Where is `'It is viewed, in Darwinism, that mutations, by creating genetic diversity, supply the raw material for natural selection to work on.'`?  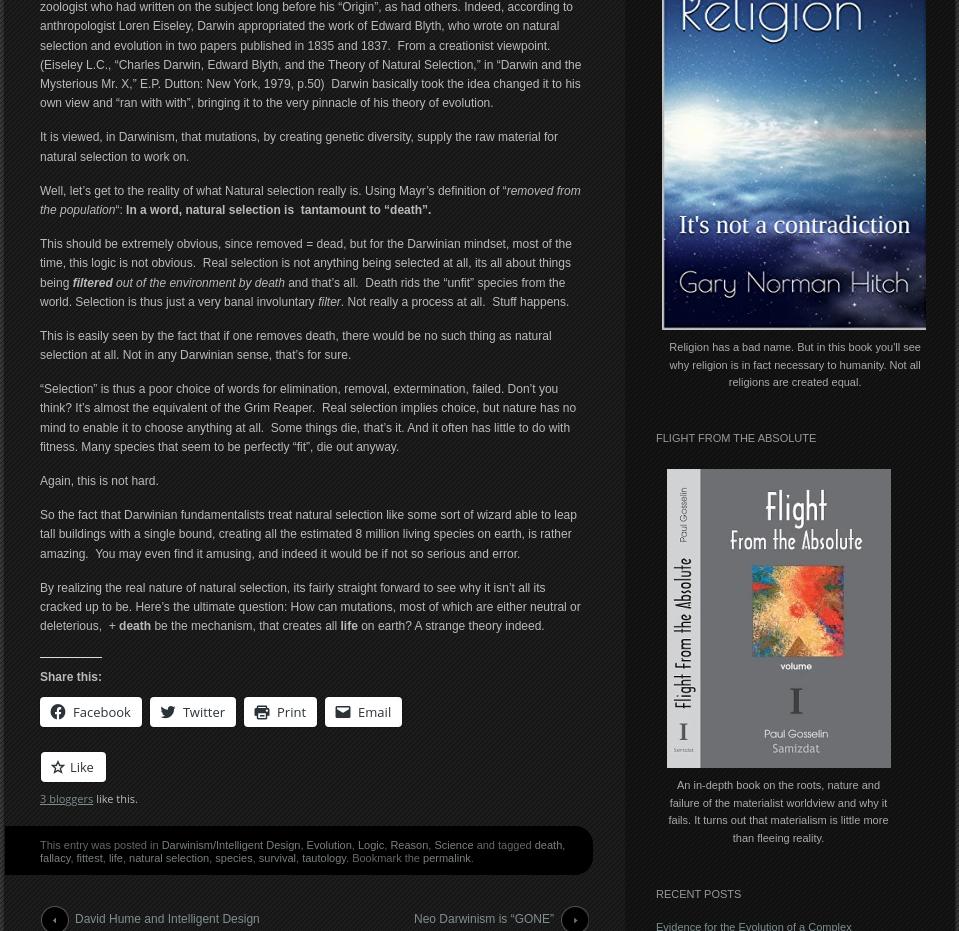 'It is viewed, in Darwinism, that mutations, by creating genetic diversity, supply the raw material for natural selection to work on.' is located at coordinates (298, 145).